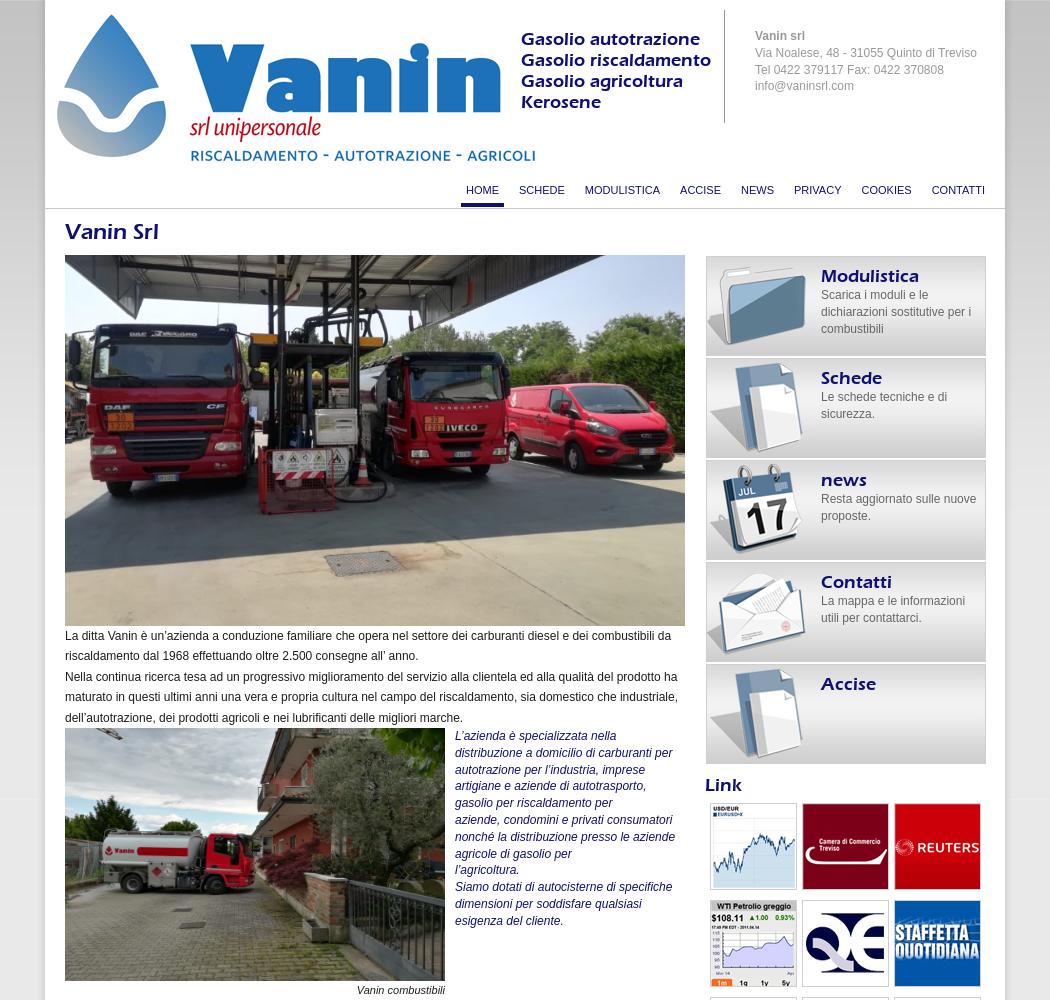 Image resolution: width=1050 pixels, height=1000 pixels. I want to click on 'Tel 0422 379117 Fax: 0422 370808', so click(849, 68).